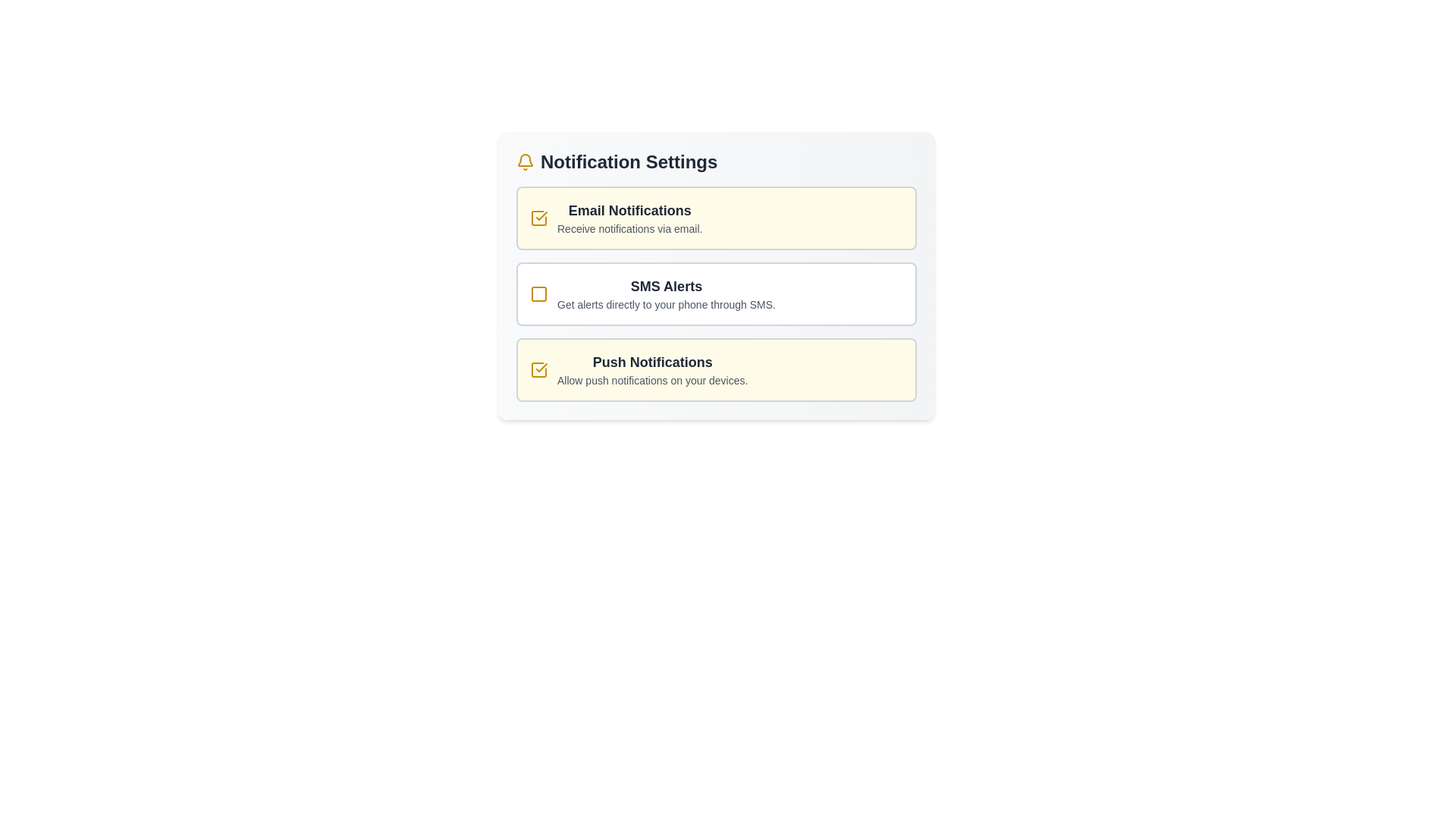 The height and width of the screenshot is (819, 1456). What do you see at coordinates (666, 287) in the screenshot?
I see `the title text label for the SMS notification setting option, which is located centrally in the second option block of the notification settings list` at bounding box center [666, 287].